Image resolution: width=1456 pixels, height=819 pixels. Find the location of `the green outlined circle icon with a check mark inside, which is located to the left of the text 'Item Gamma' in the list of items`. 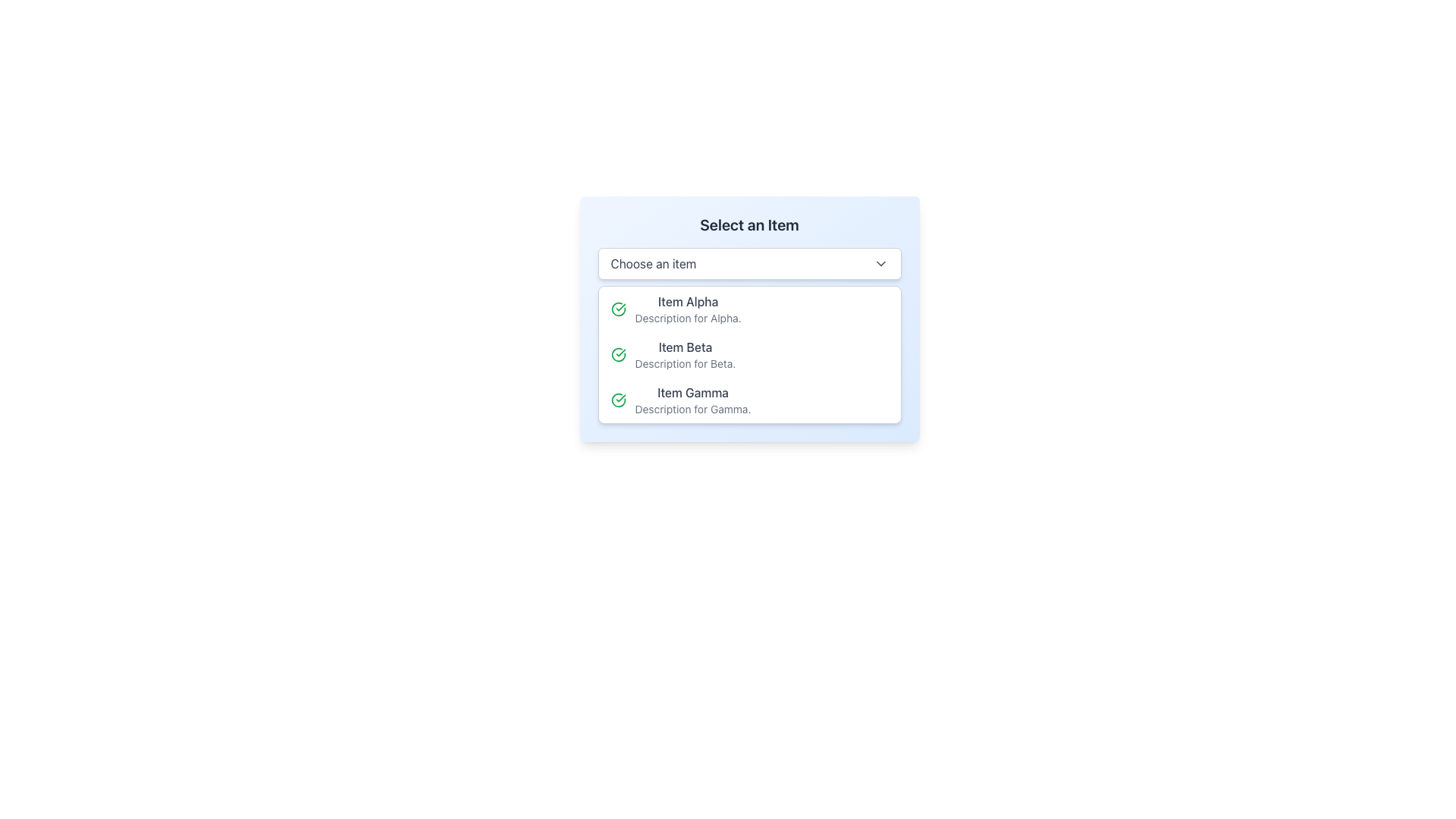

the green outlined circle icon with a check mark inside, which is located to the left of the text 'Item Gamma' in the list of items is located at coordinates (618, 400).